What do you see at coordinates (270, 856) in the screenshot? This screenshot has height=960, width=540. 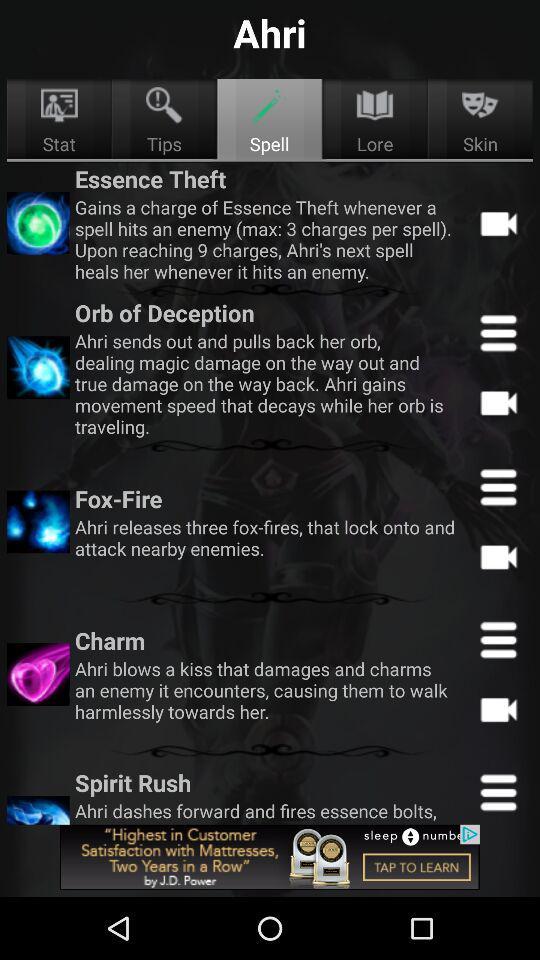 I see `visualizar anncio` at bounding box center [270, 856].